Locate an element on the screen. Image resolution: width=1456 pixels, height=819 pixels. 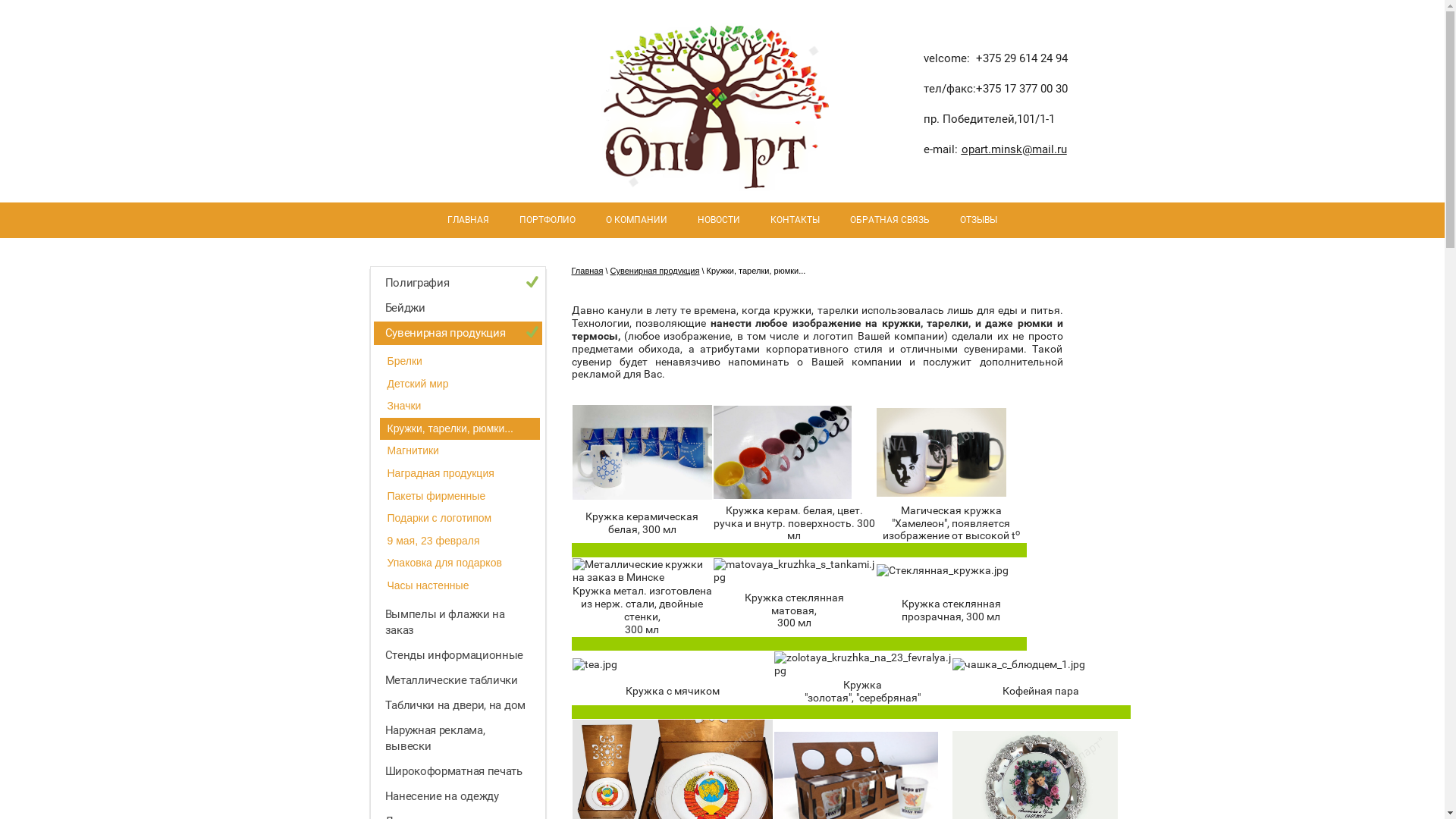
'+375 29 614 24 94' is located at coordinates (1021, 58).